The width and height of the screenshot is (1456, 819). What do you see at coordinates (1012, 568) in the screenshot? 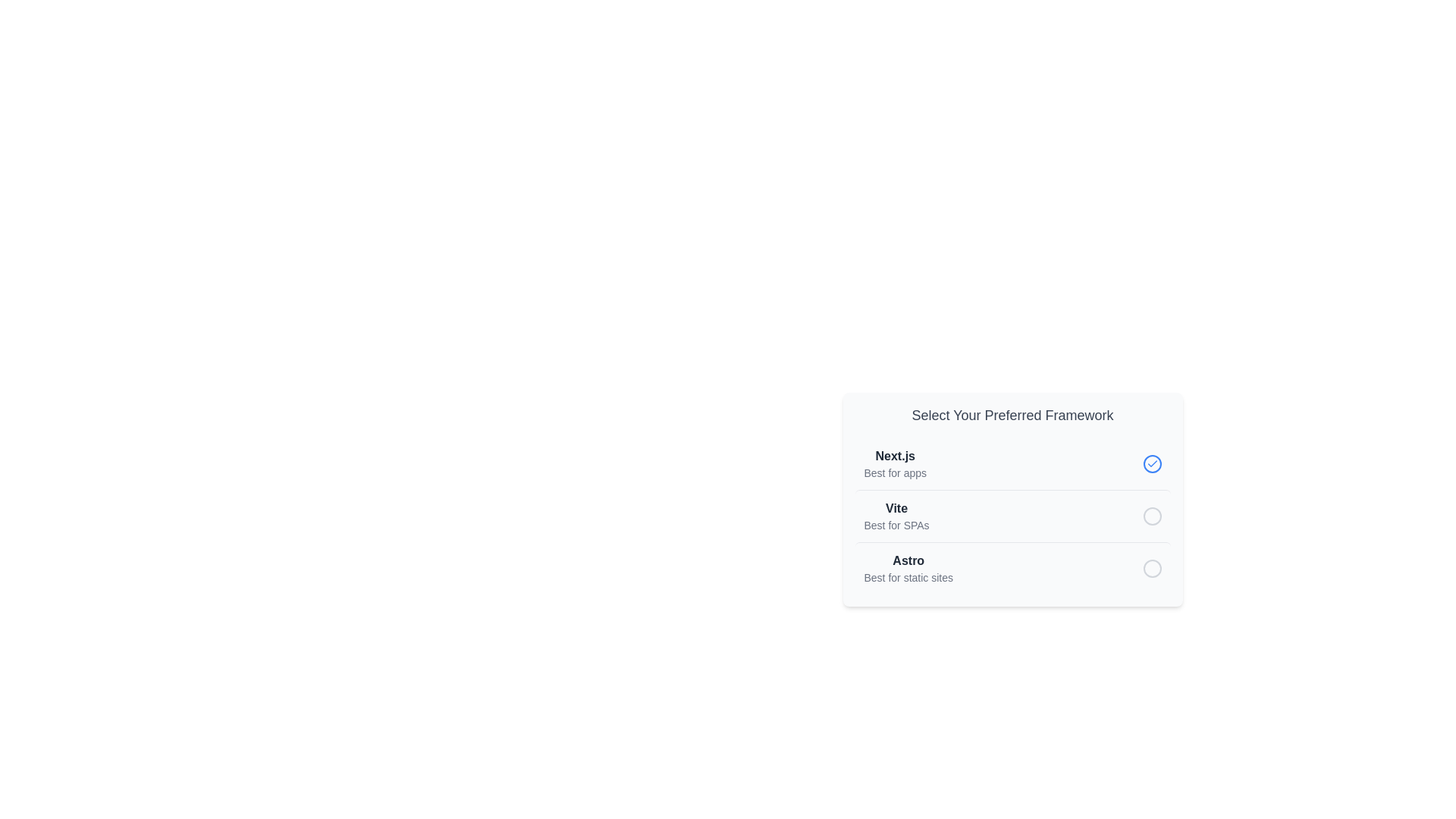
I see `the 'Astro' selectable option card, which is the last option in the list of framework options` at bounding box center [1012, 568].